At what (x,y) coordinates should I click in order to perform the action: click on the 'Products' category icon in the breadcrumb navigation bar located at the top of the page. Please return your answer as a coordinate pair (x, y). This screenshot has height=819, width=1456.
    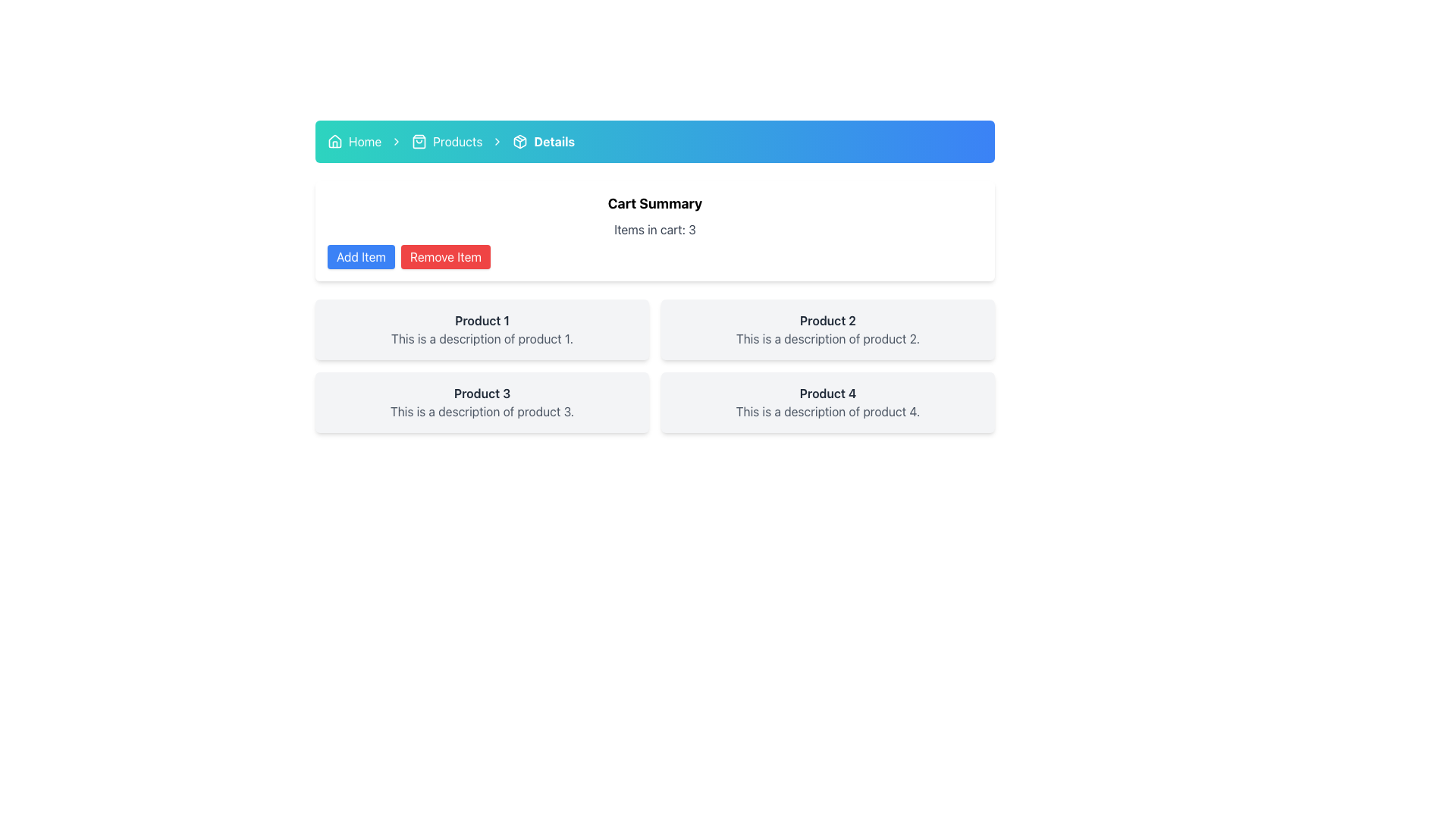
    Looking at the image, I should click on (419, 141).